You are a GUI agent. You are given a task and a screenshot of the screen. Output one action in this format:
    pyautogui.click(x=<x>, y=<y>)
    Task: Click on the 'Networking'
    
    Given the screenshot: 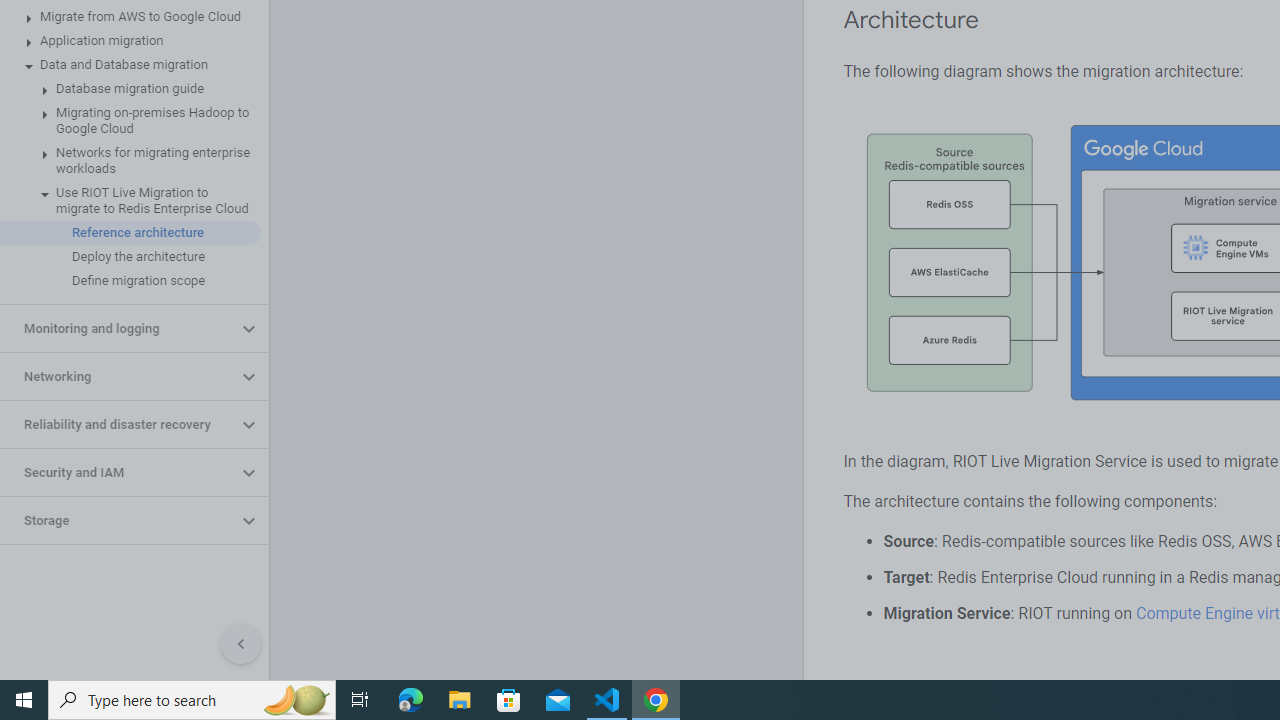 What is the action you would take?
    pyautogui.click(x=117, y=376)
    